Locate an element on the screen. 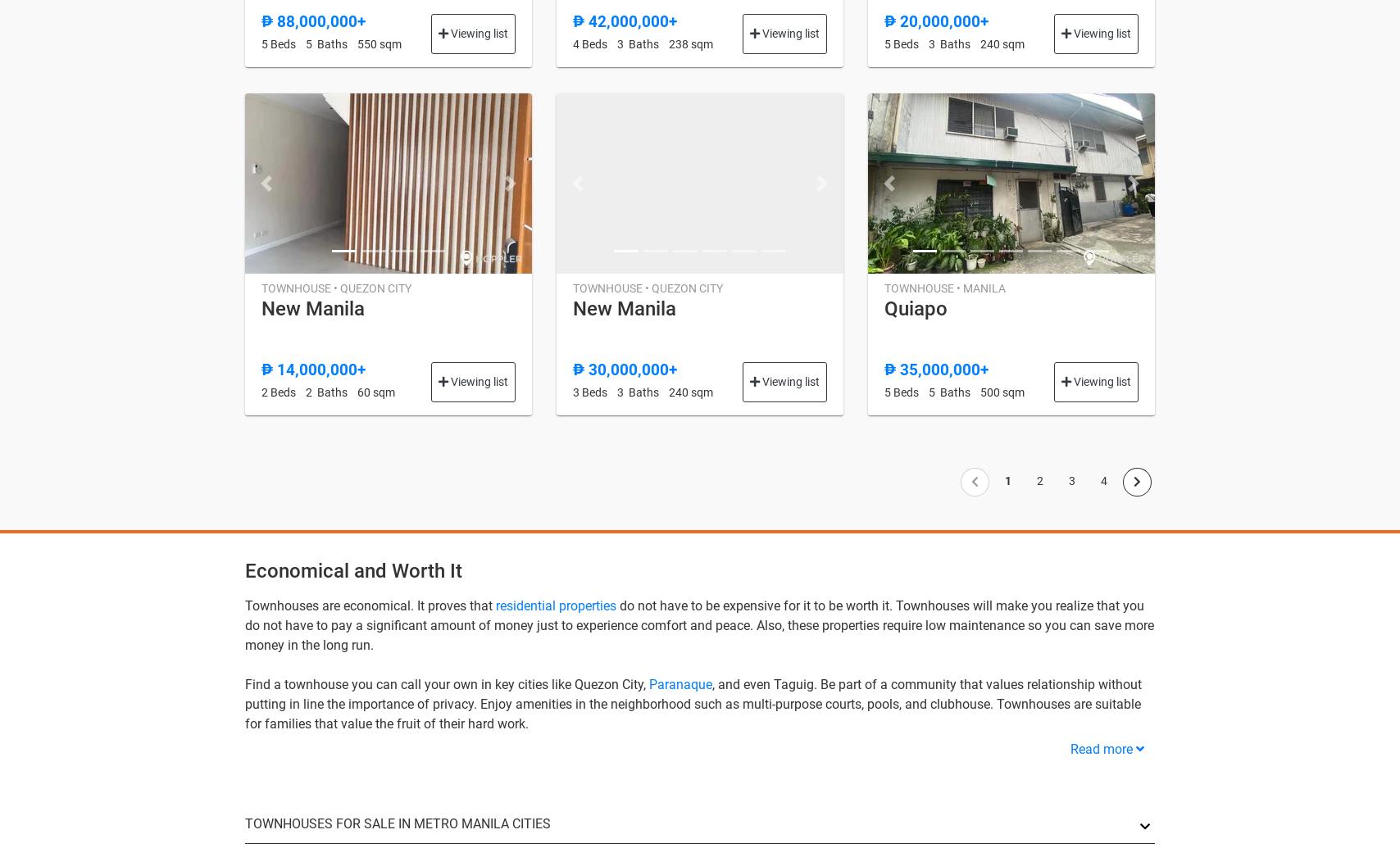  'Economical and Worth It' is located at coordinates (353, 569).